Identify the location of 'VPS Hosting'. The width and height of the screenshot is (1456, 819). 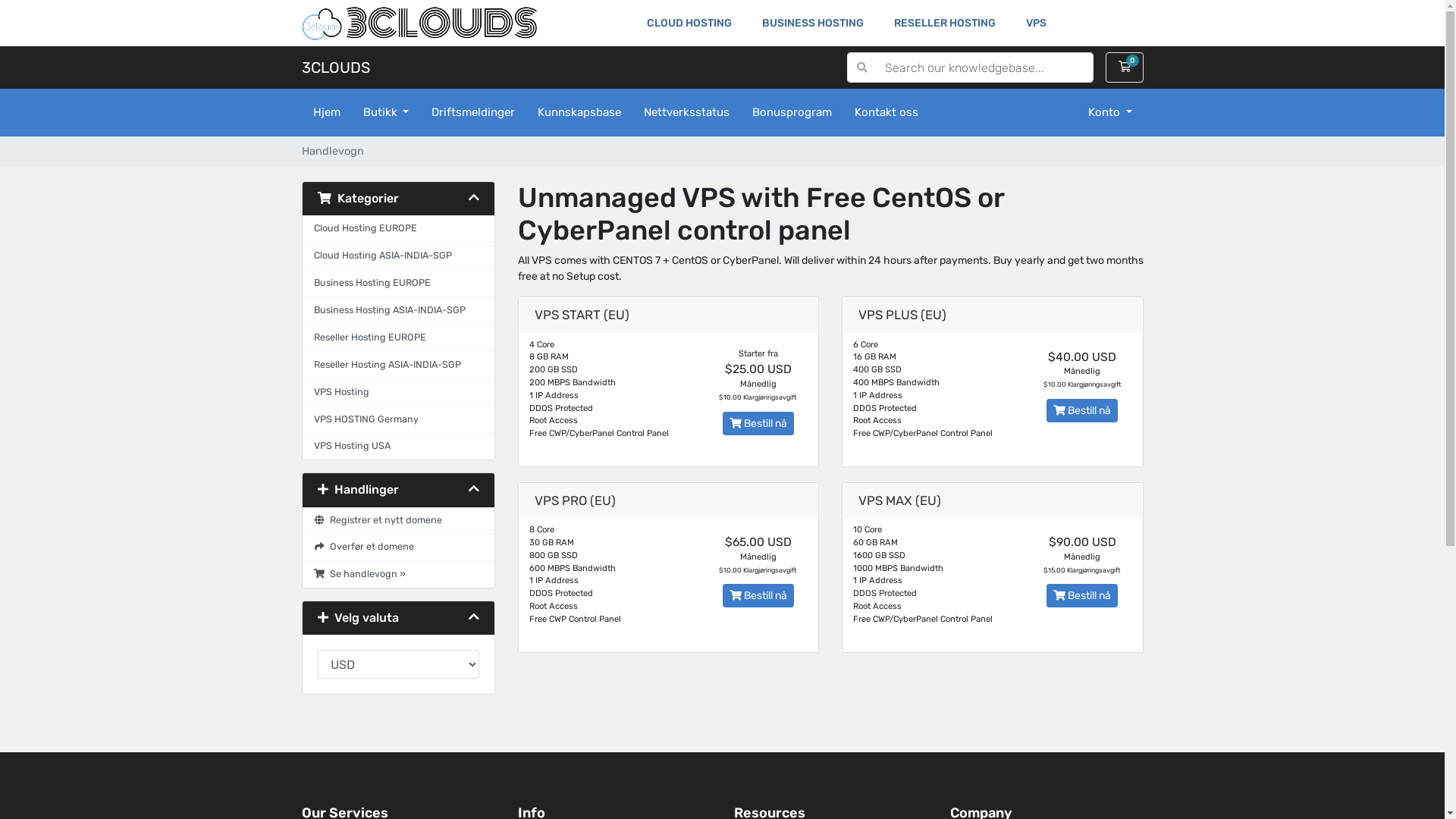
(397, 391).